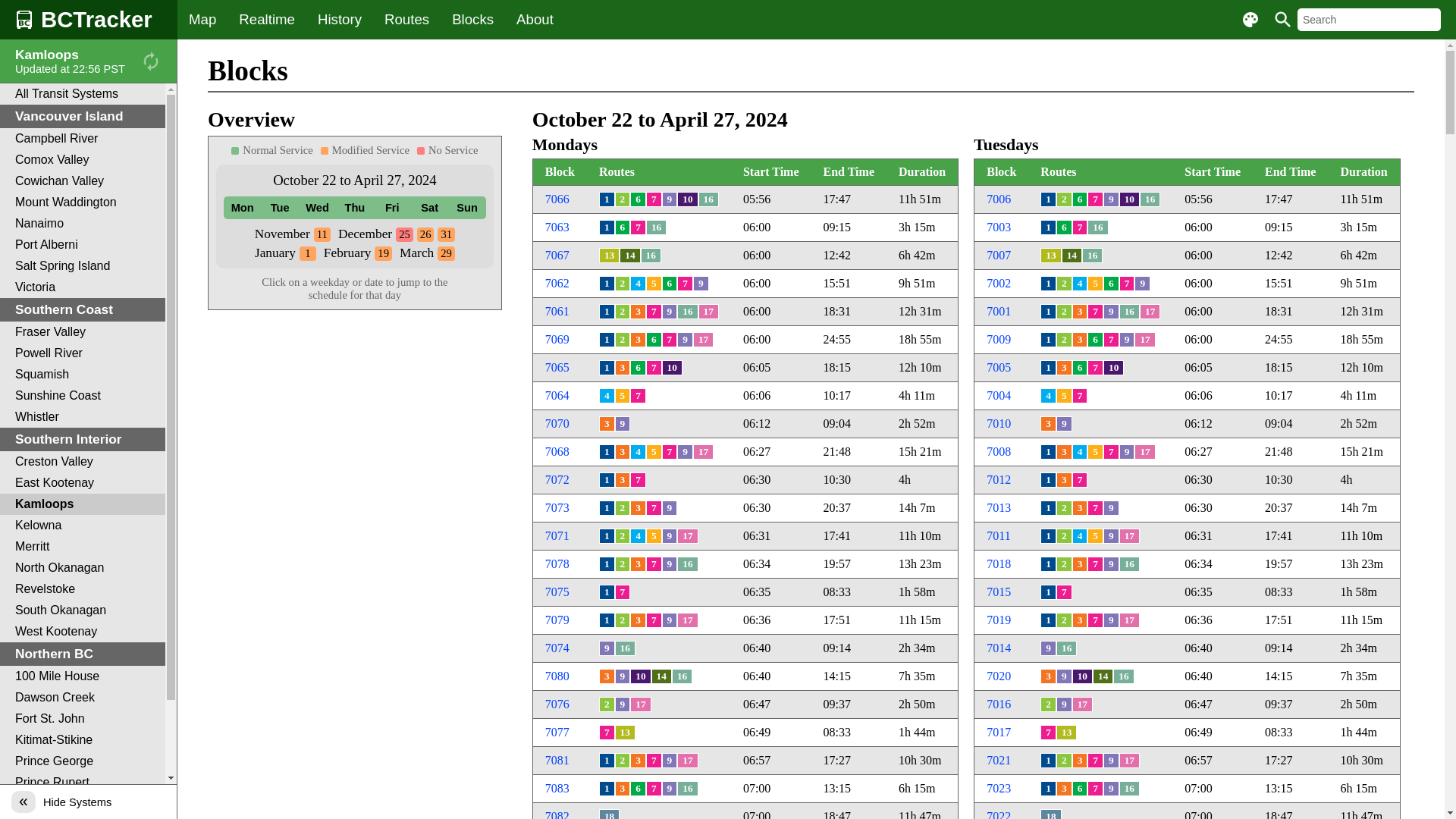 The width and height of the screenshot is (1456, 819). Describe the element at coordinates (1047, 620) in the screenshot. I see `'1'` at that location.